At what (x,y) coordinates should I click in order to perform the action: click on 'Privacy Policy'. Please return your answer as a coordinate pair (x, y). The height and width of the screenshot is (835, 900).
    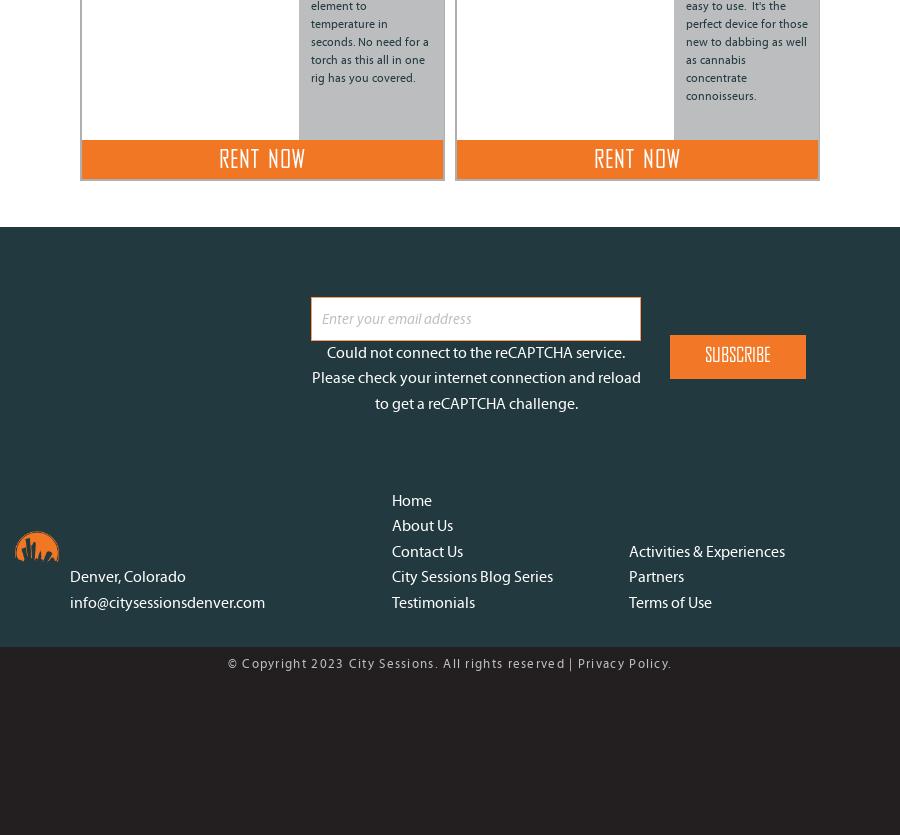
    Looking at the image, I should click on (622, 662).